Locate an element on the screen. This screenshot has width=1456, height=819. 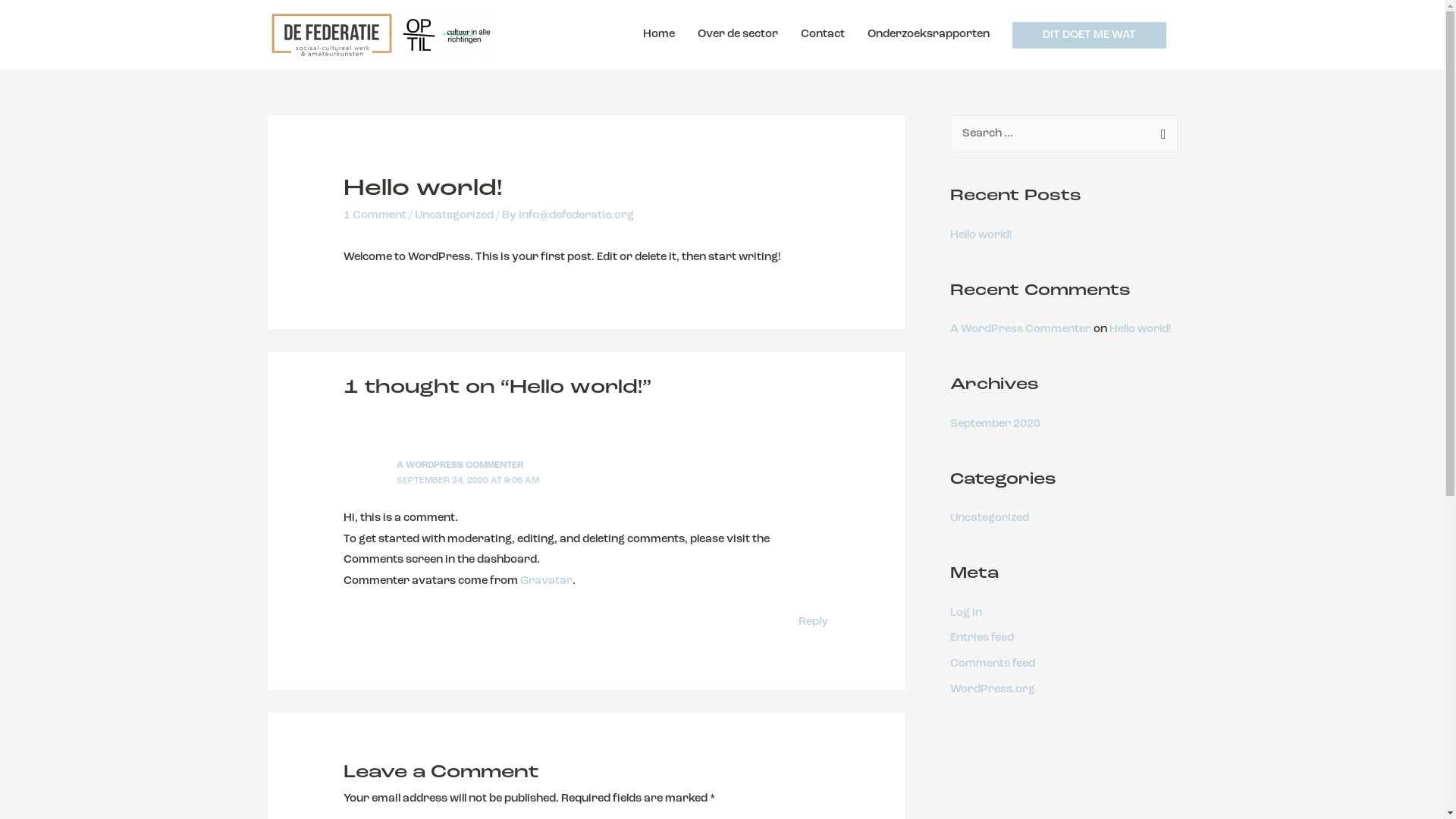
'DIT DOET ME WAT' is located at coordinates (1012, 34).